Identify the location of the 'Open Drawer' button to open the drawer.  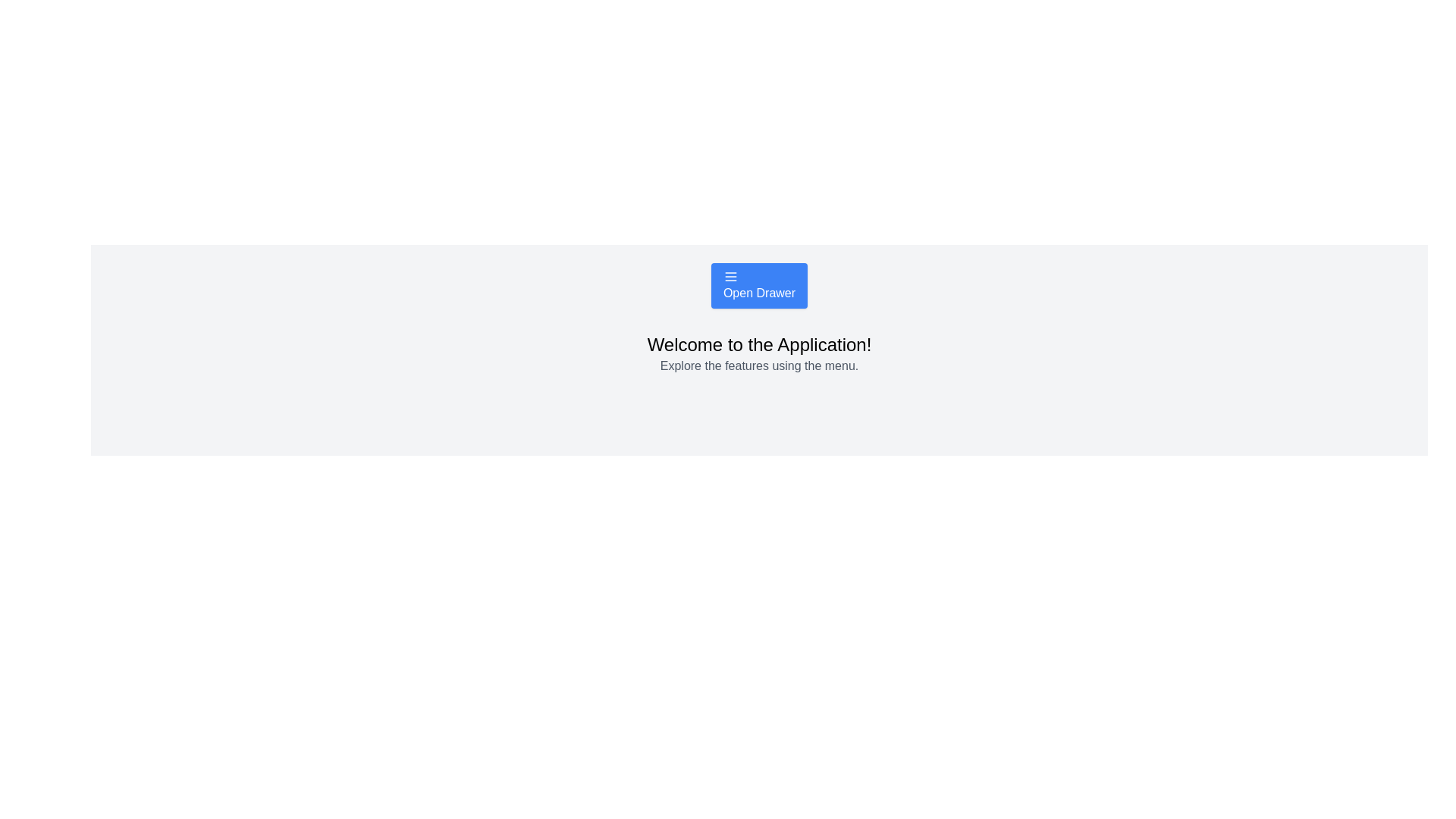
(759, 286).